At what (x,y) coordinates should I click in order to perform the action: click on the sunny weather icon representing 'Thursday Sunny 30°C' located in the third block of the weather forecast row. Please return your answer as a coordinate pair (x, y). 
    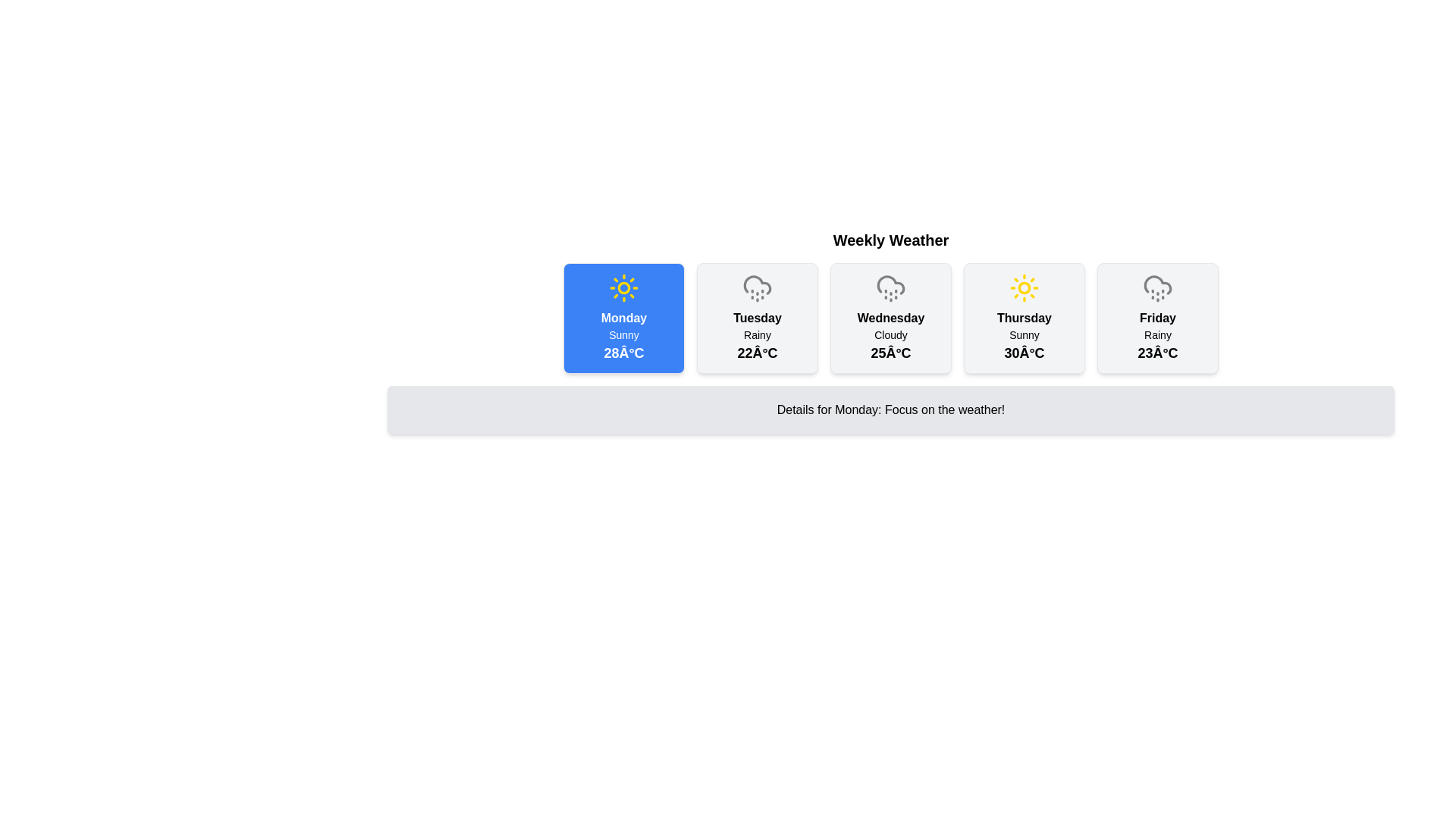
    Looking at the image, I should click on (1024, 288).